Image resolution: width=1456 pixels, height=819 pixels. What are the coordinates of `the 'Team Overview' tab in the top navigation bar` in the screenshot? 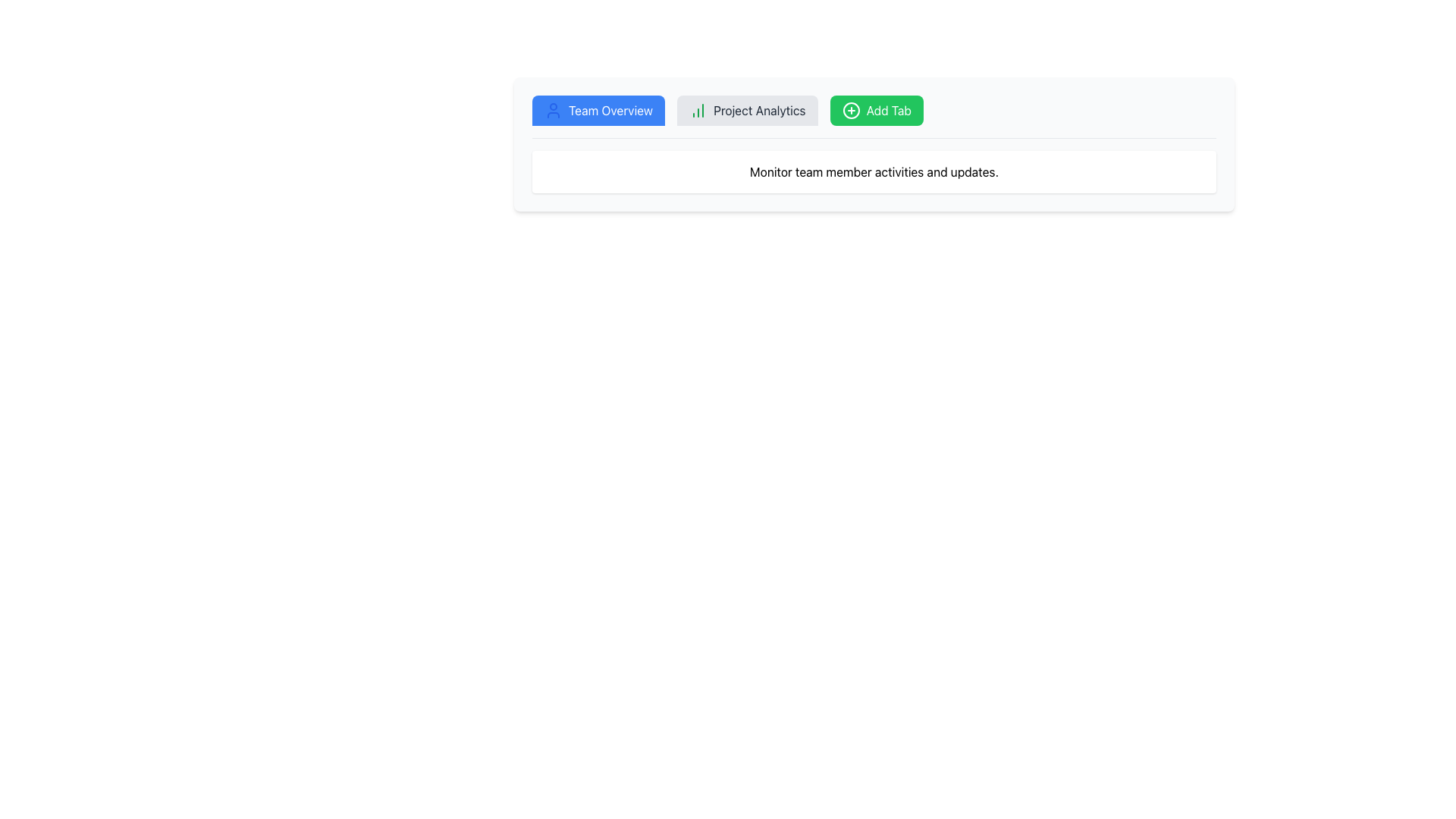 It's located at (610, 110).